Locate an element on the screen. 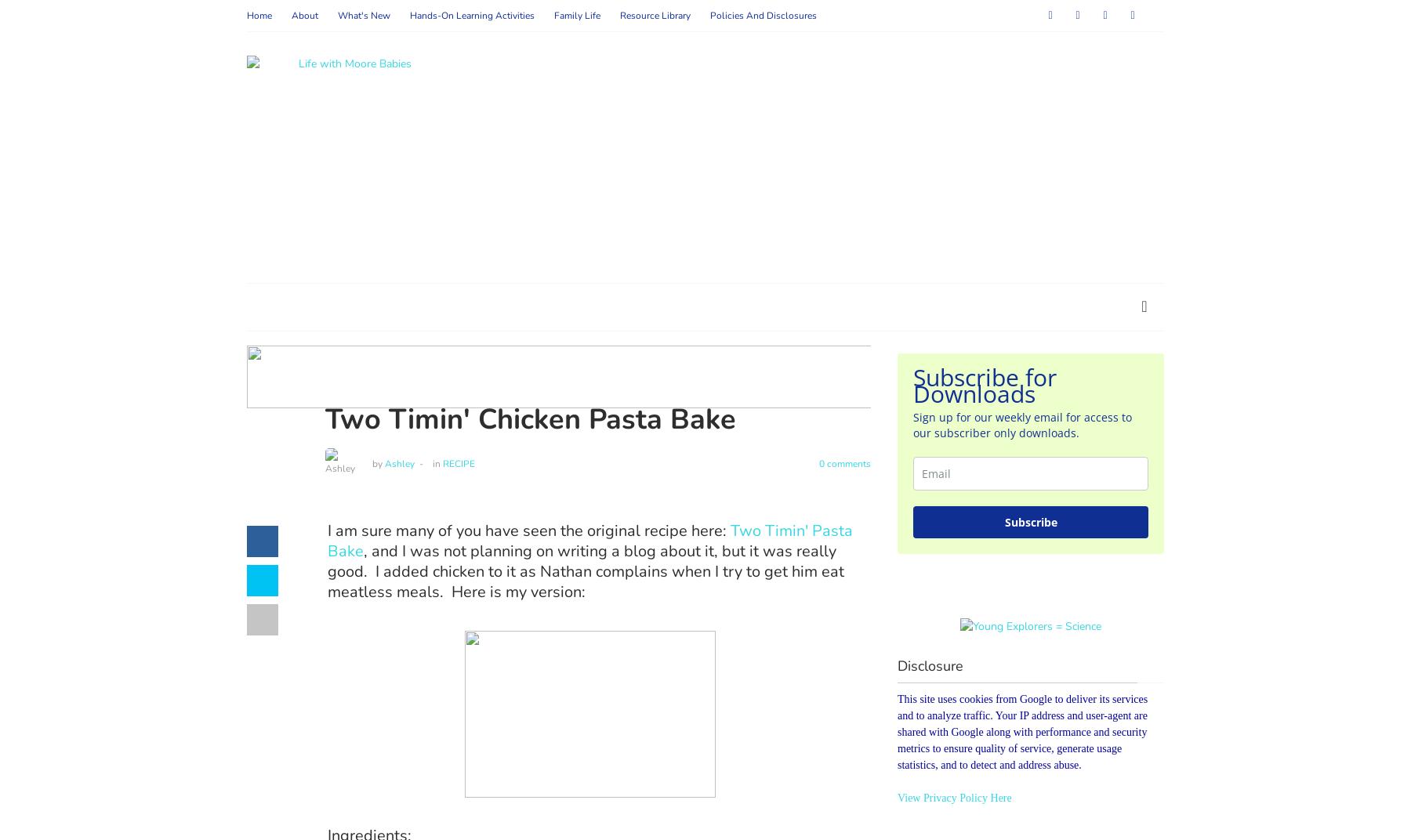 This screenshot has height=840, width=1411. 'Ashley' is located at coordinates (398, 462).